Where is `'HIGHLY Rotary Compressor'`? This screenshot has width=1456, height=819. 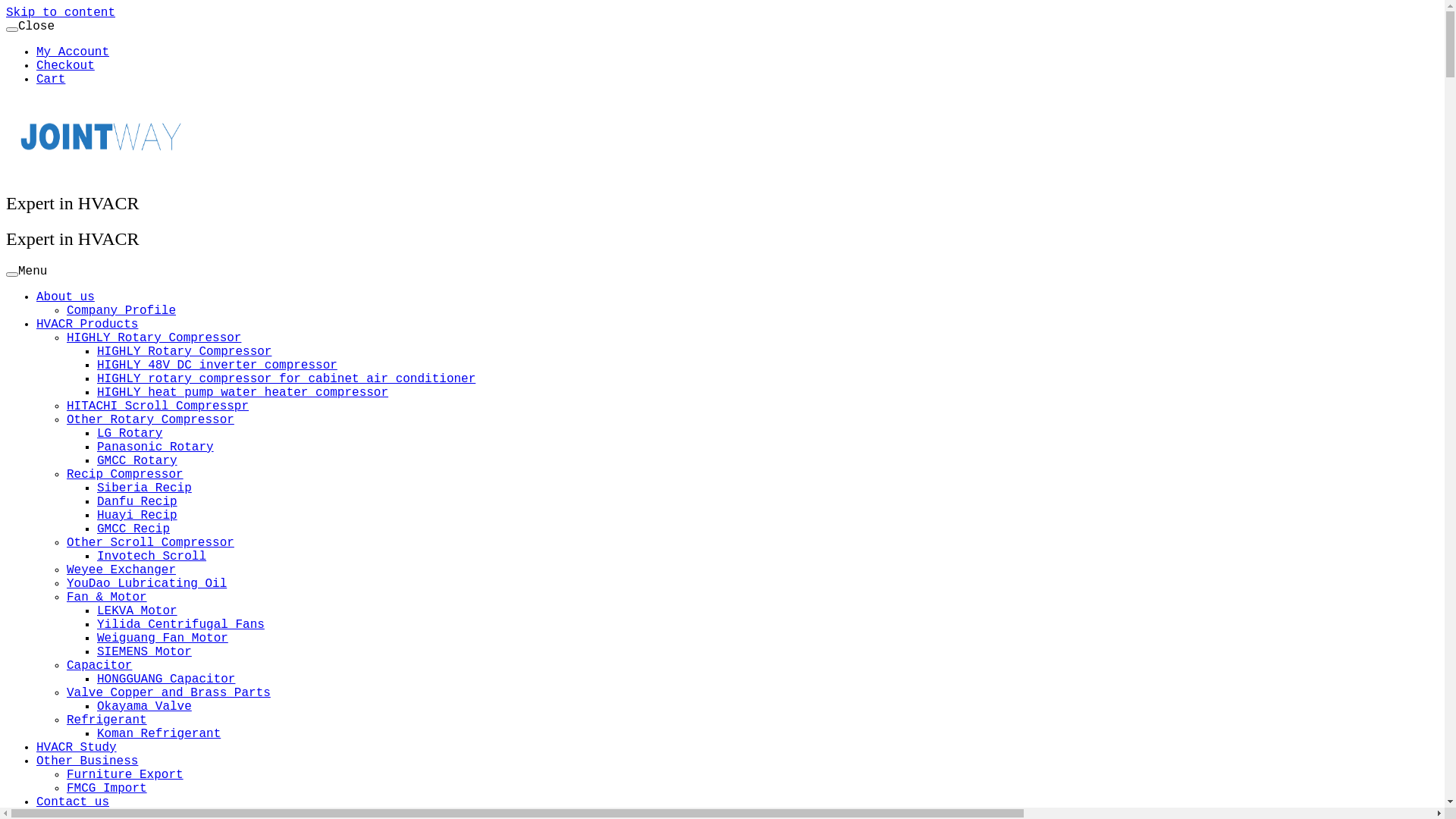 'HIGHLY Rotary Compressor' is located at coordinates (153, 337).